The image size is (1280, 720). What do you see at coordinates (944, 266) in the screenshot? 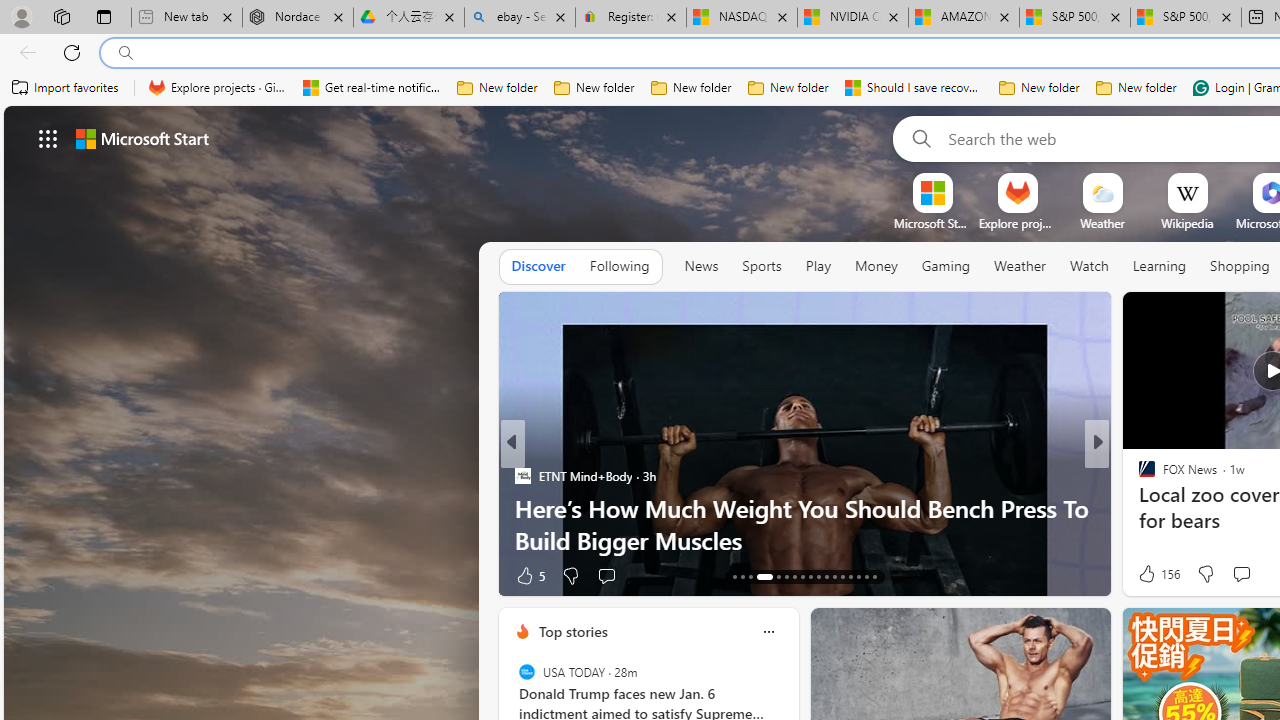
I see `'Gaming'` at bounding box center [944, 266].